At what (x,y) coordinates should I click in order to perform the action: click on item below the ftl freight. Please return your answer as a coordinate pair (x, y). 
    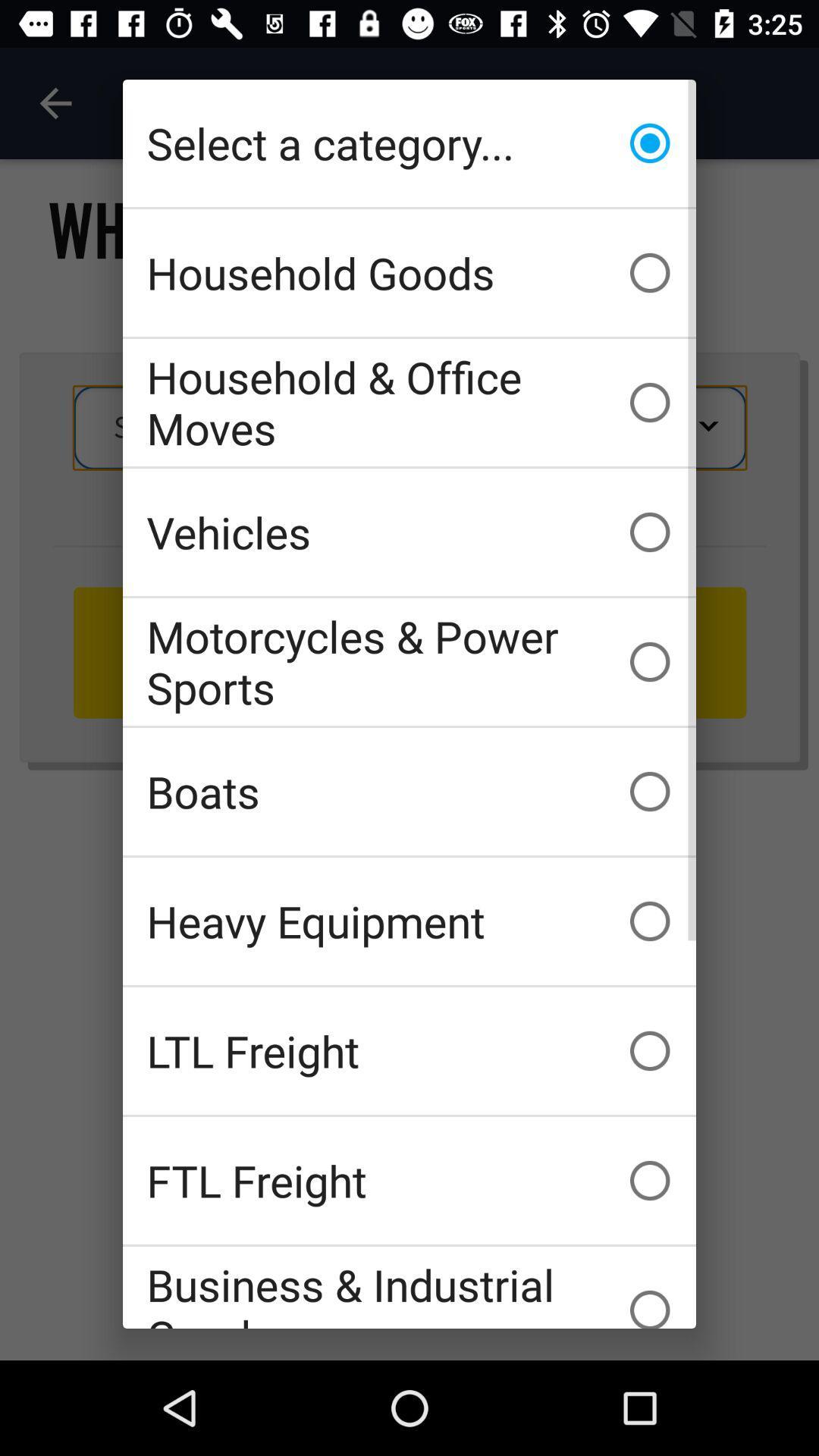
    Looking at the image, I should click on (409, 1287).